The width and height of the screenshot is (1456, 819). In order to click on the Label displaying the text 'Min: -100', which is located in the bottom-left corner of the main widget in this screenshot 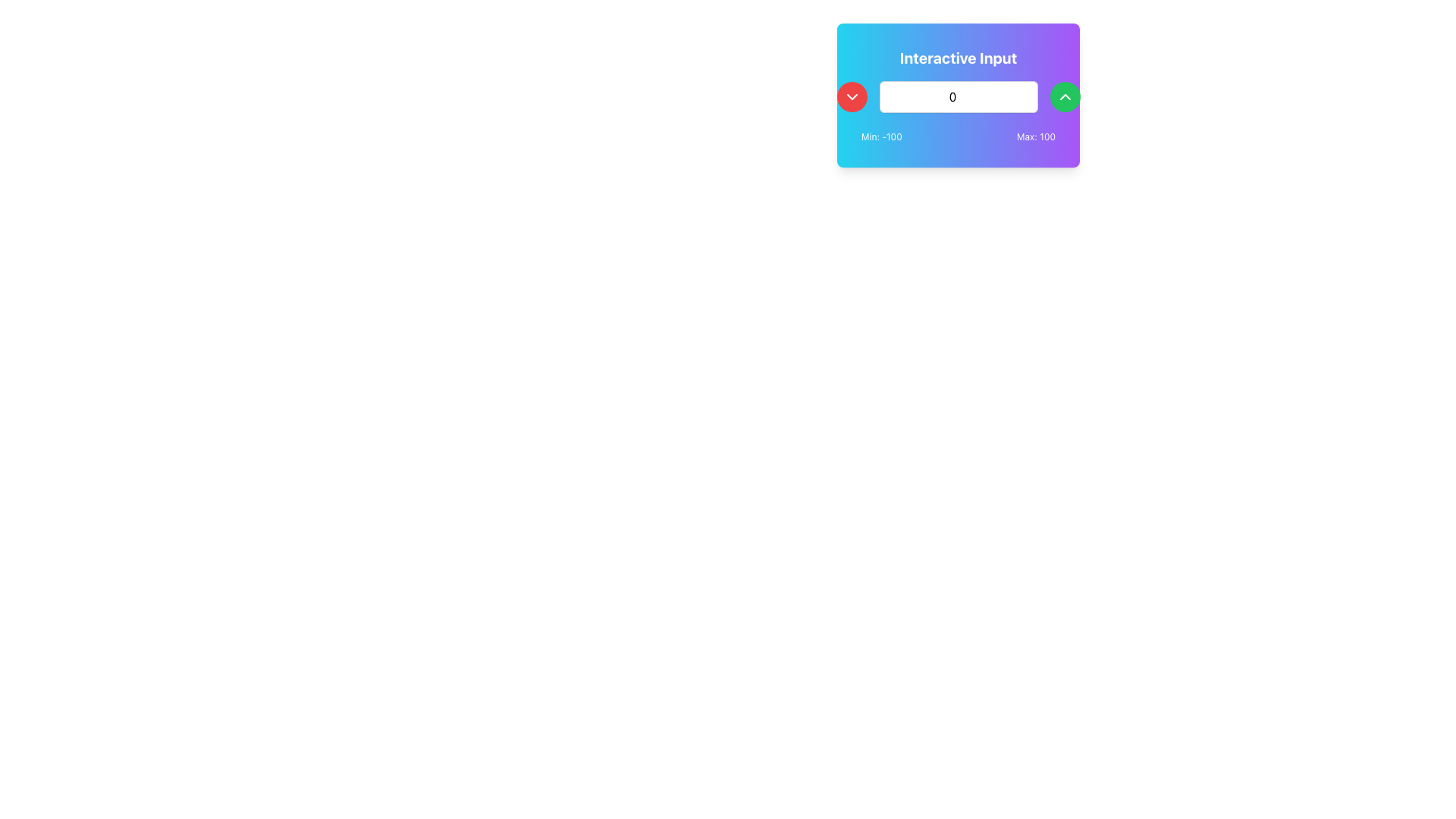, I will do `click(881, 137)`.